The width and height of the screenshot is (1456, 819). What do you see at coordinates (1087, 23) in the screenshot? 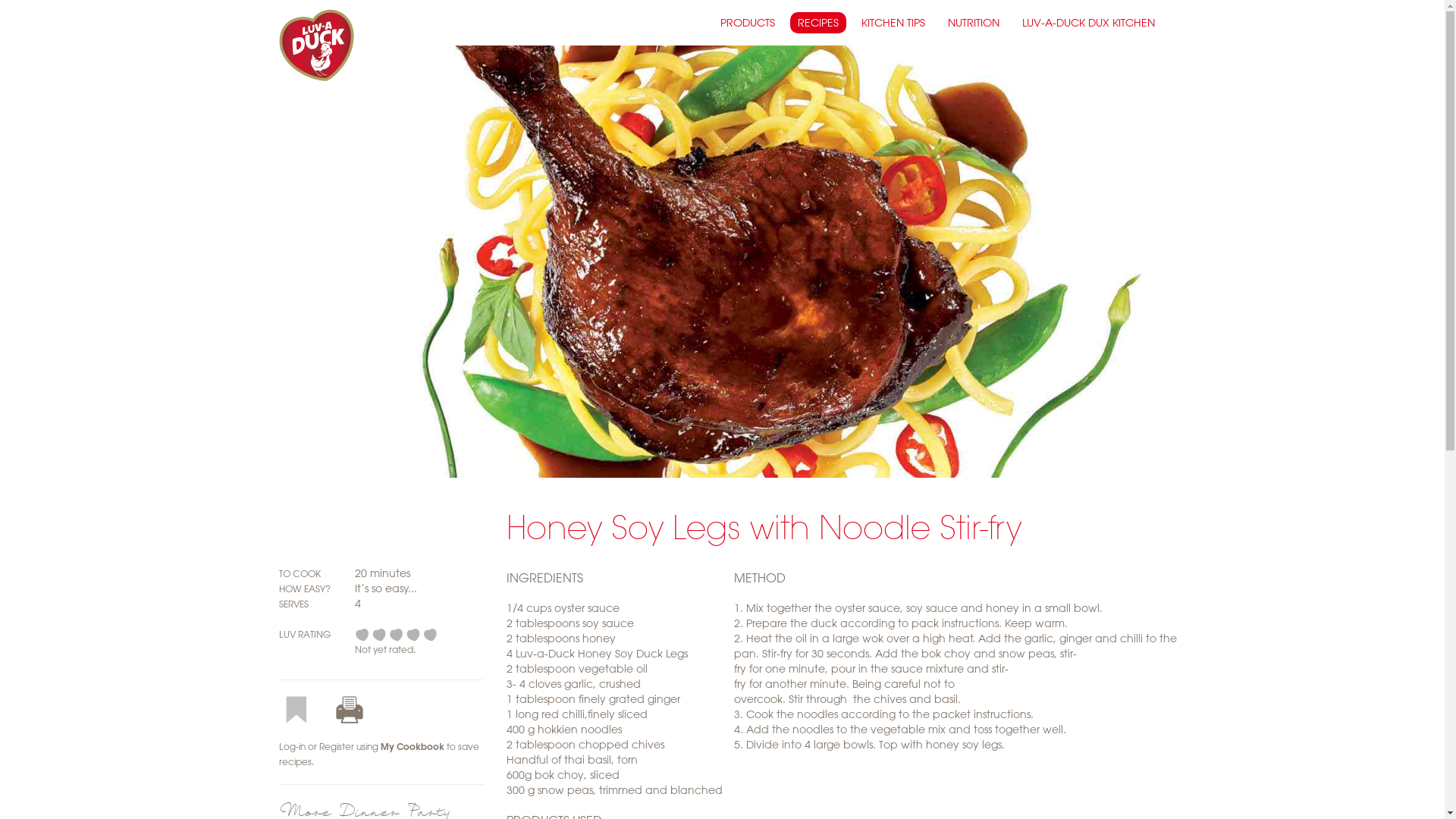
I see `'LUV-A-DUCK DUX KITCHEN'` at bounding box center [1087, 23].